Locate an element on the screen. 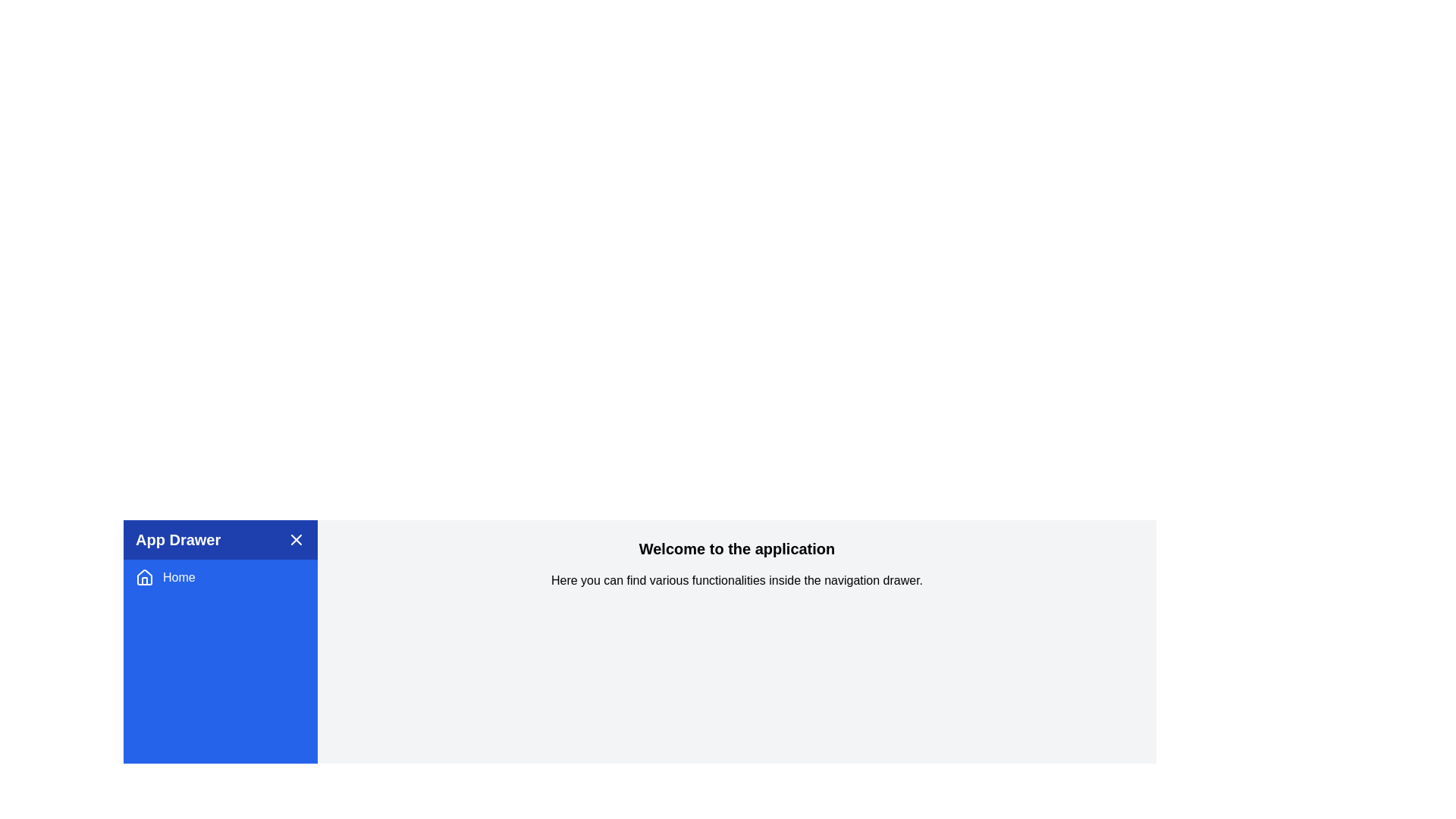 This screenshot has height=819, width=1456. the first menu item in the 'App Drawer' sidebar that serves as a navigation link to the home section of the application is located at coordinates (220, 578).